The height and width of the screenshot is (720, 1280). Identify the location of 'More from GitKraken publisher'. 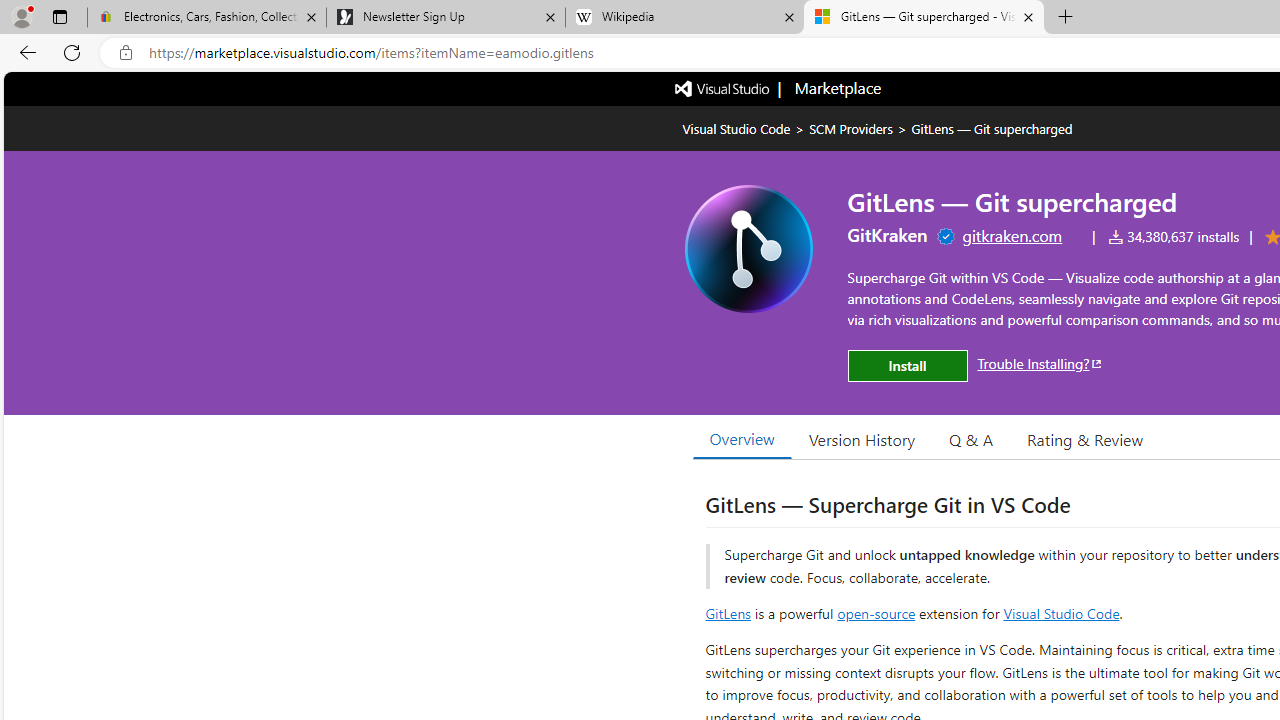
(886, 234).